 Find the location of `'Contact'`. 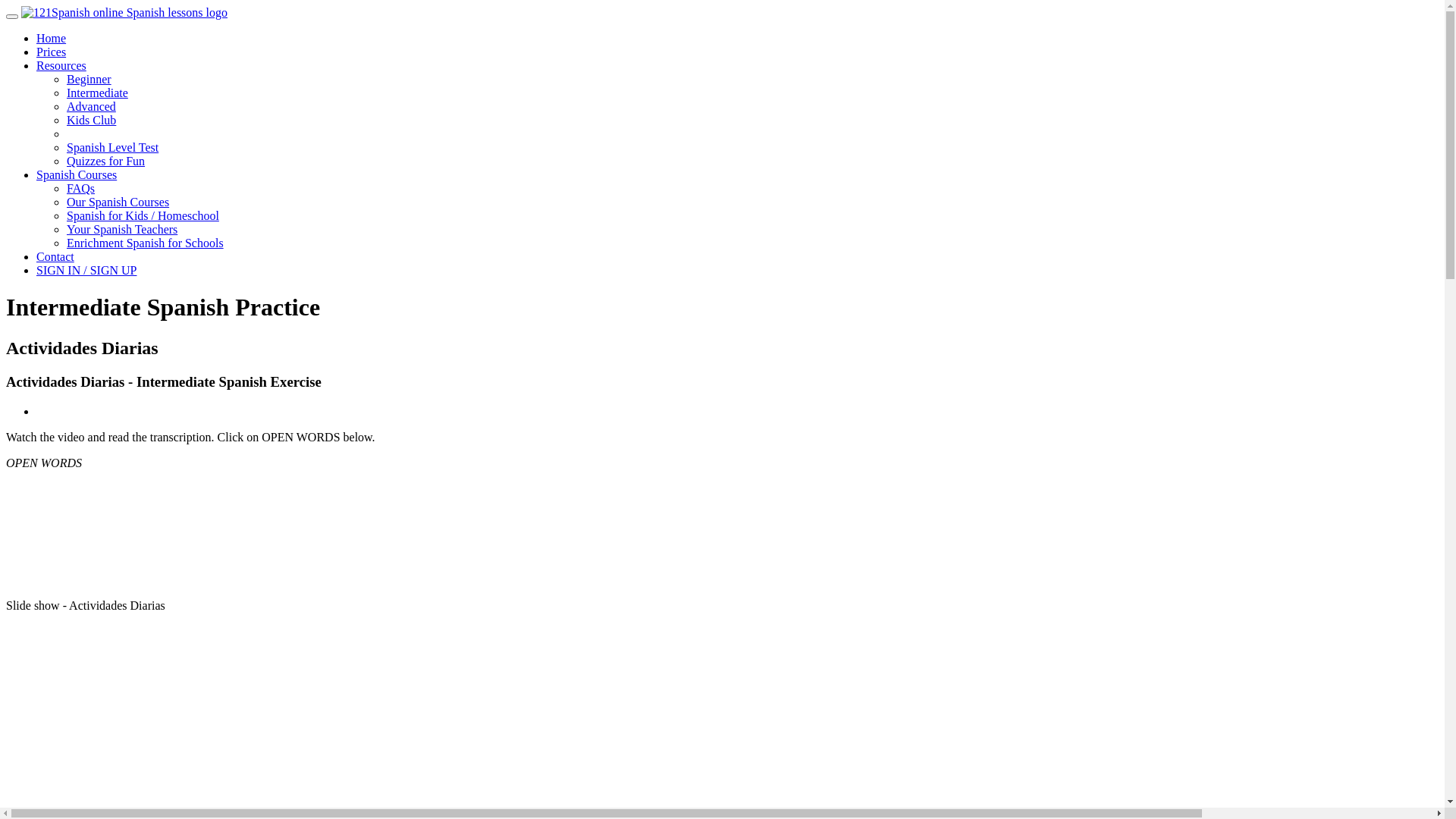

'Contact' is located at coordinates (55, 256).